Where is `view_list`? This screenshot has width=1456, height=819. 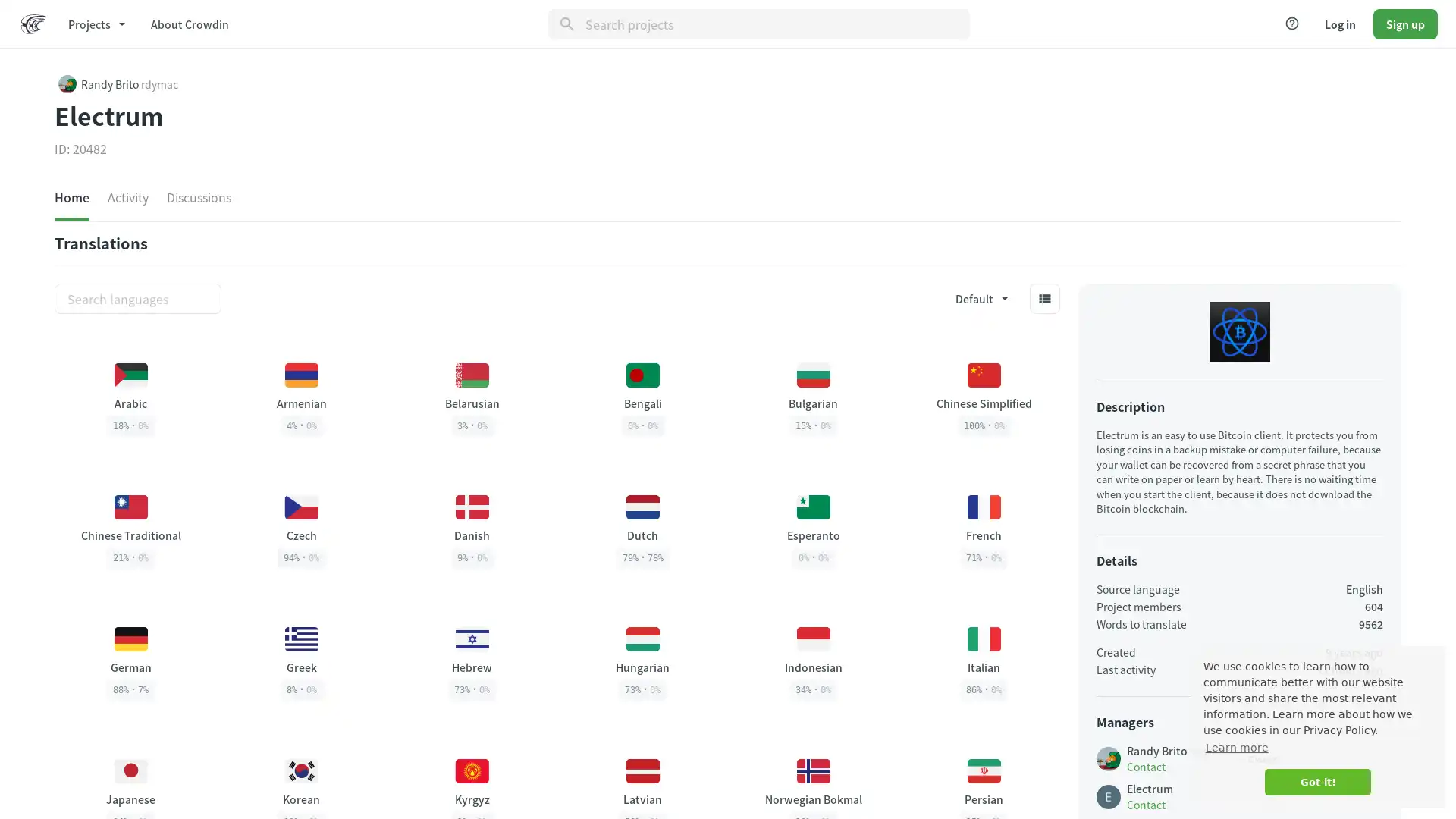
view_list is located at coordinates (1043, 298).